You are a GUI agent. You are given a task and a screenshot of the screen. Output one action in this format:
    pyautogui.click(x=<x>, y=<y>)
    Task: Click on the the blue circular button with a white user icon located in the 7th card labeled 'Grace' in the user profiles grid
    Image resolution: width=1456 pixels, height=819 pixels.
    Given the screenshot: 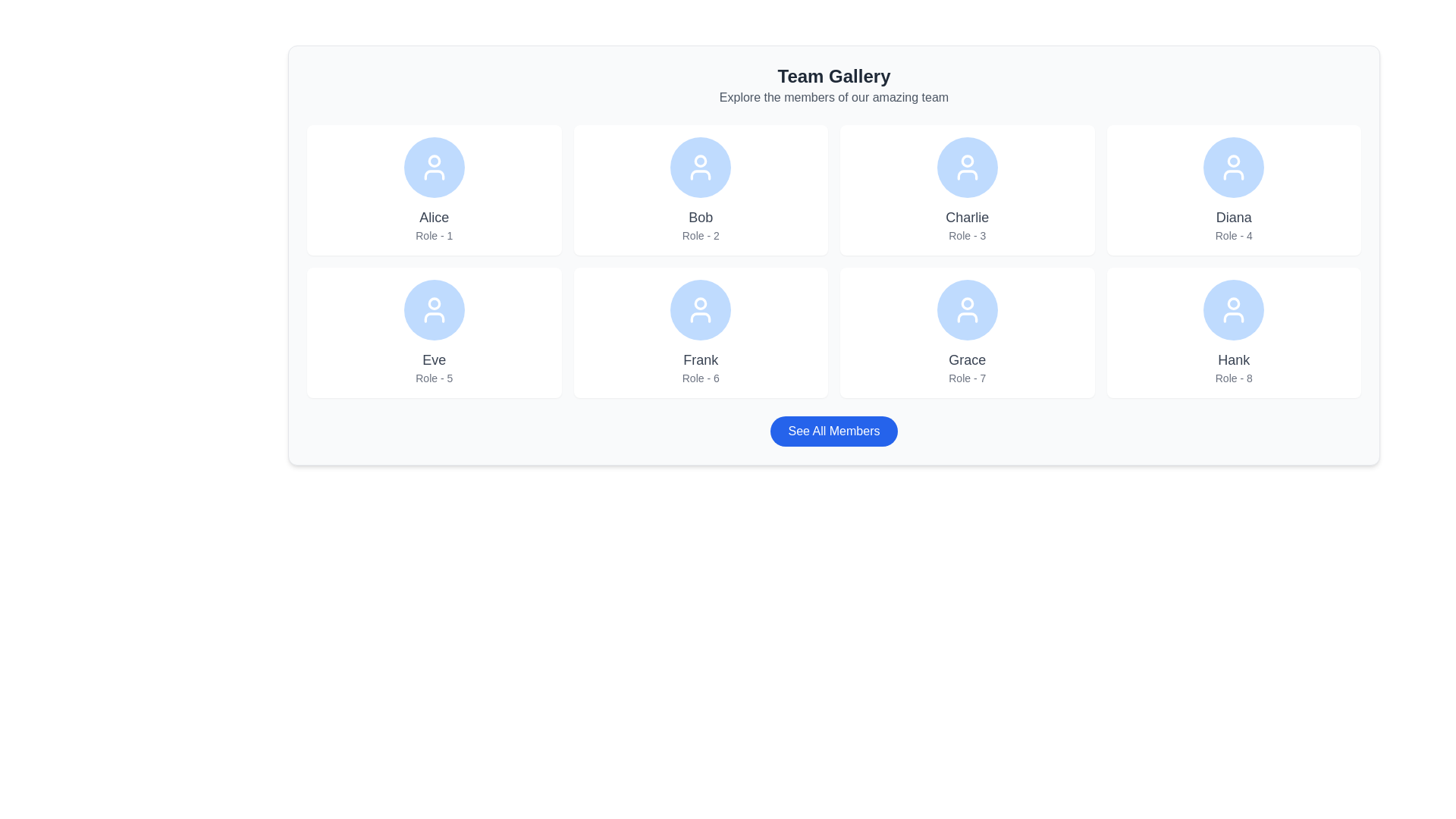 What is the action you would take?
    pyautogui.click(x=966, y=309)
    